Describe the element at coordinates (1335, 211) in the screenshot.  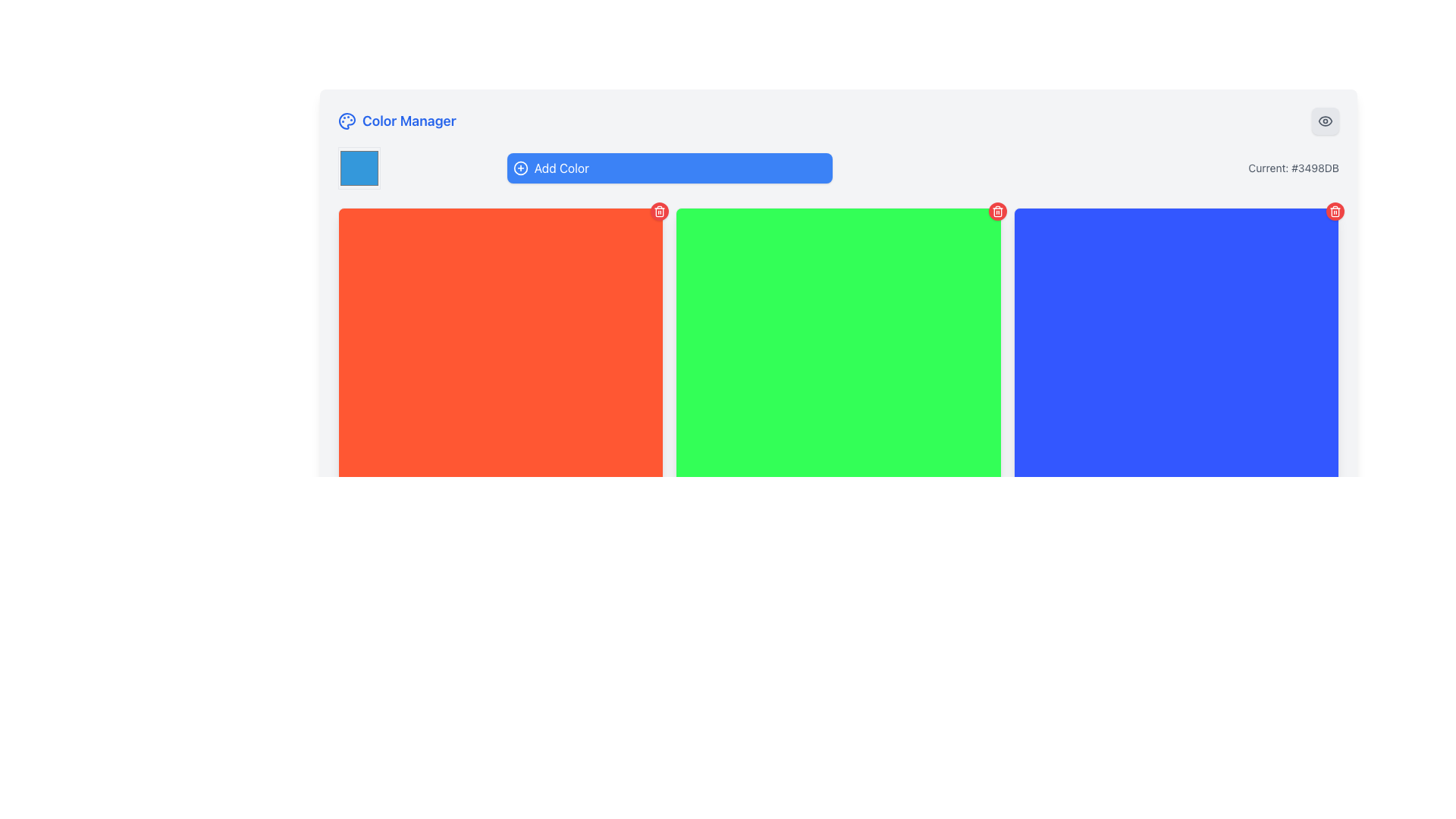
I see `the trash can icon with a red background located in the top-right corner of the blue color block, which serves as the delete button` at that location.